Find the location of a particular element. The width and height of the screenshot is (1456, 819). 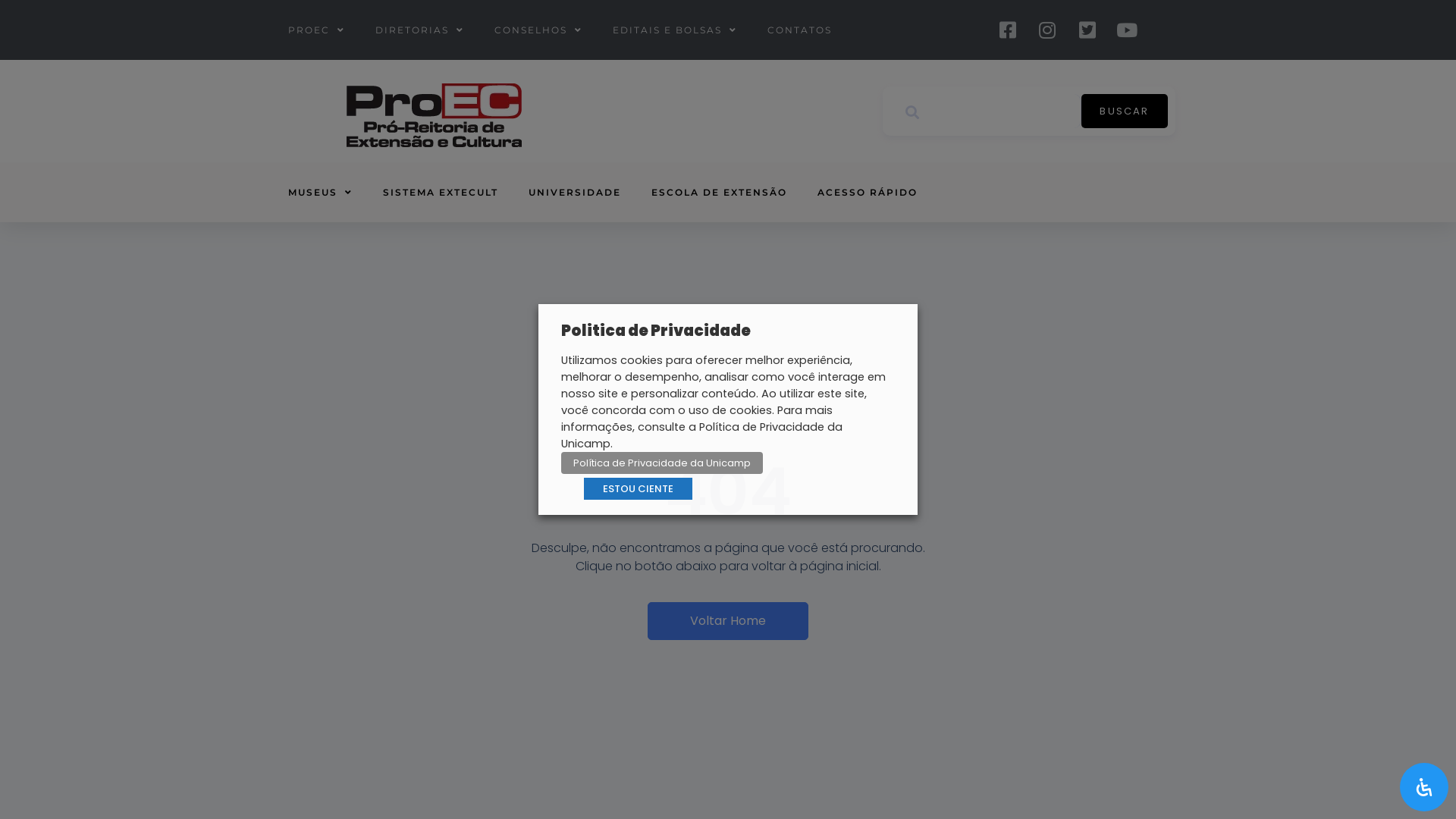

'DIRETORIAS' is located at coordinates (419, 30).